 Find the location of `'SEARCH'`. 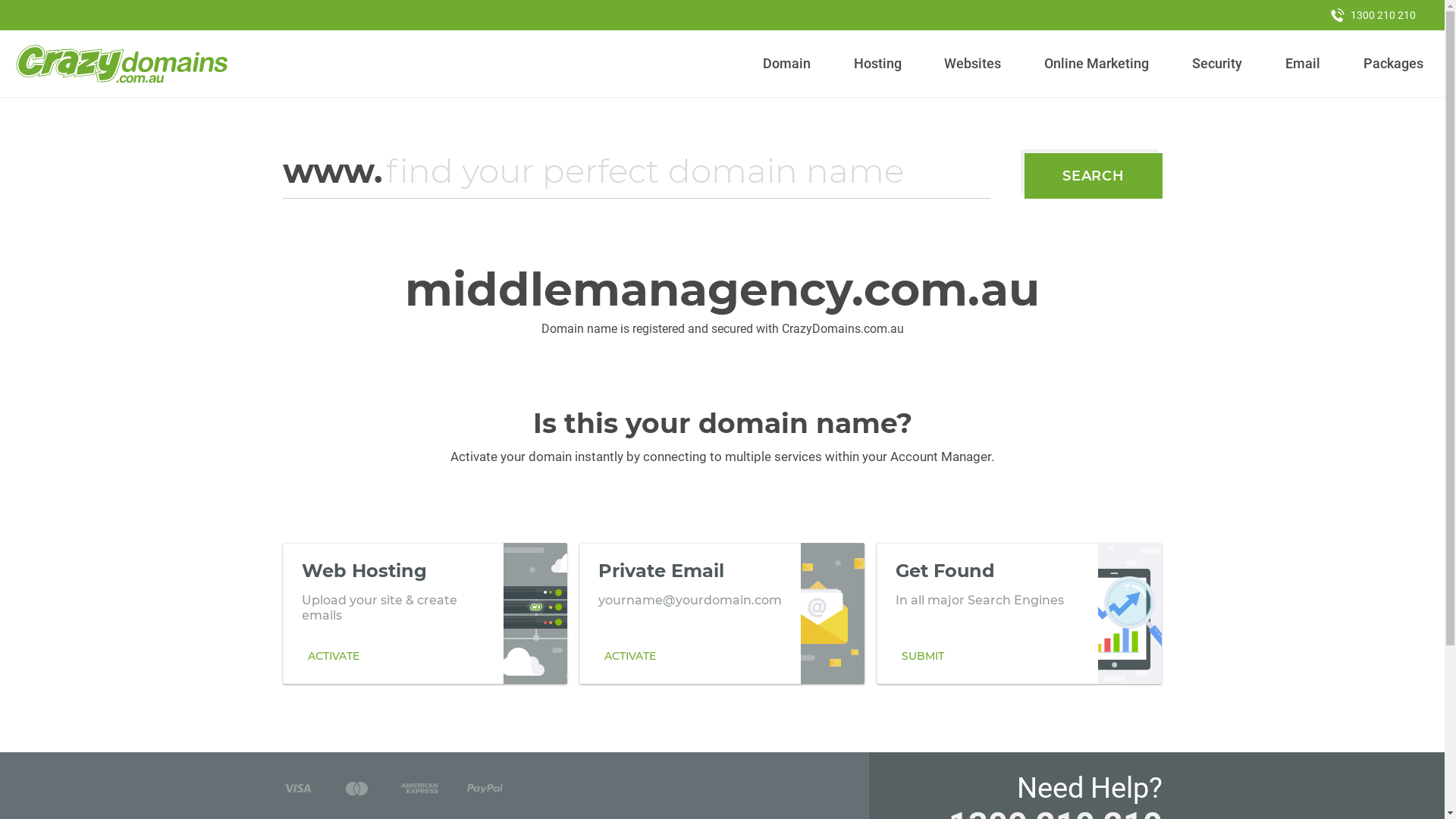

'SEARCH' is located at coordinates (1093, 174).